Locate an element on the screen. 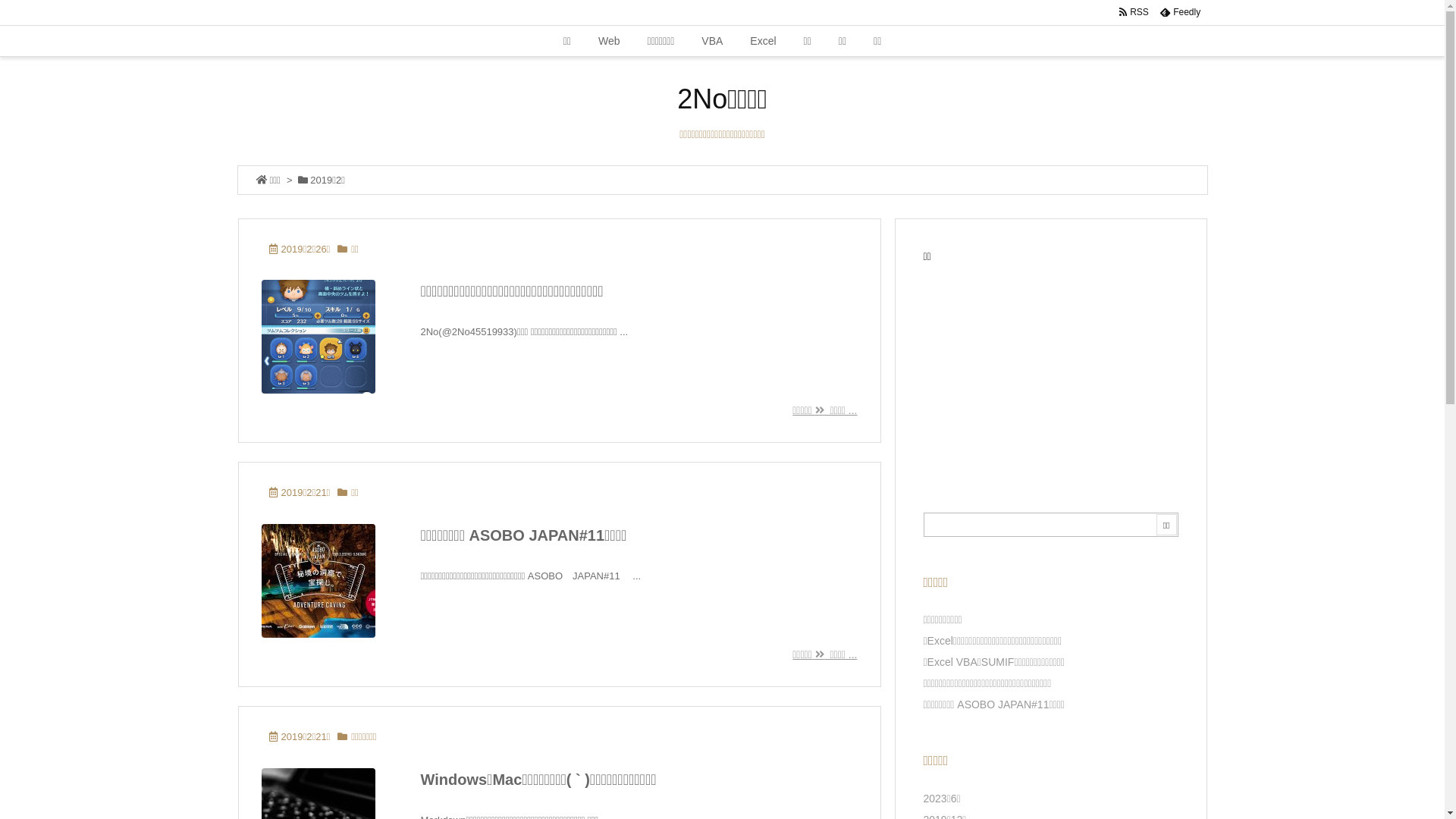  'Web' is located at coordinates (609, 40).